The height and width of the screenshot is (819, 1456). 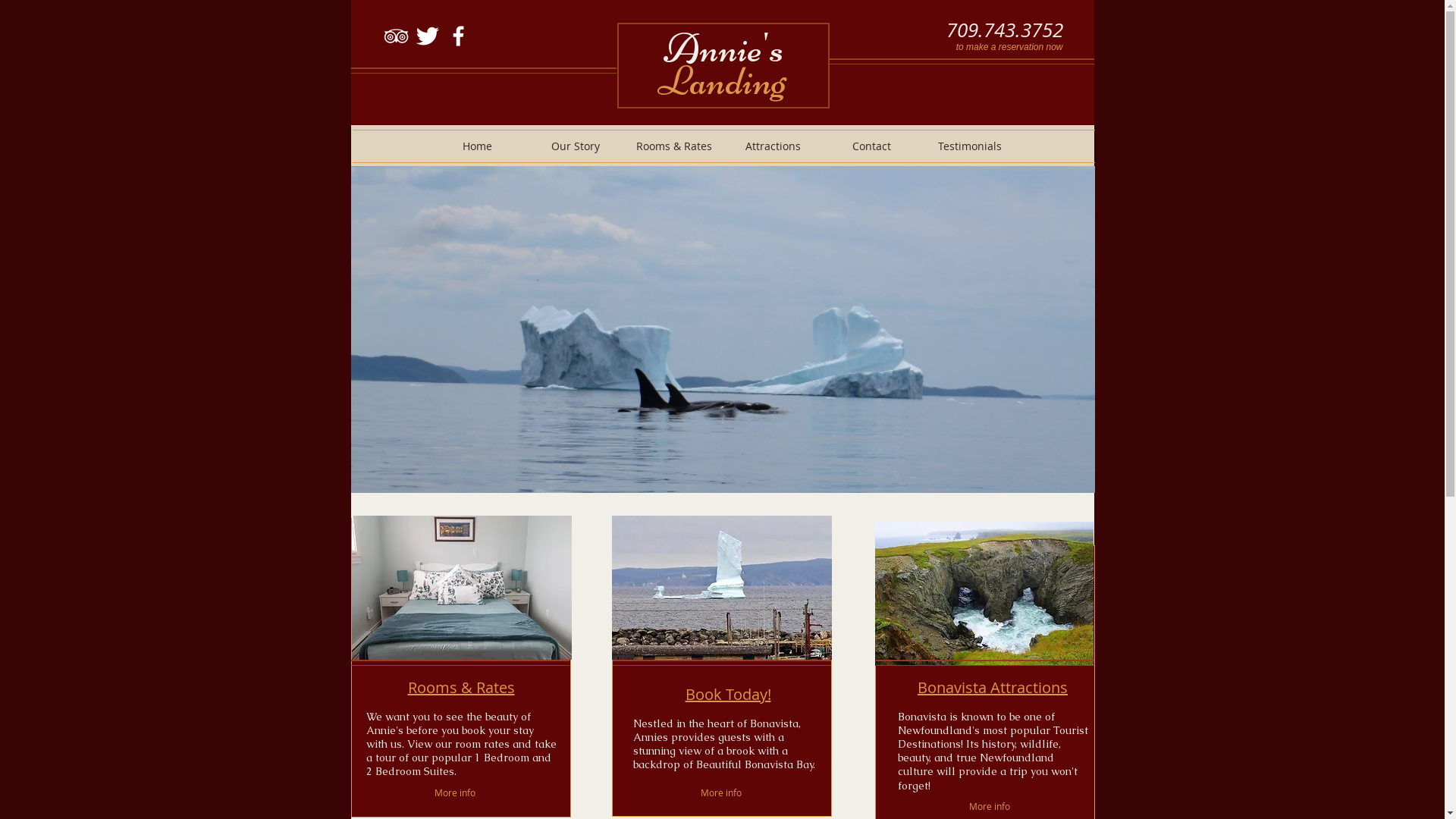 What do you see at coordinates (721, 80) in the screenshot?
I see `'Landing'` at bounding box center [721, 80].